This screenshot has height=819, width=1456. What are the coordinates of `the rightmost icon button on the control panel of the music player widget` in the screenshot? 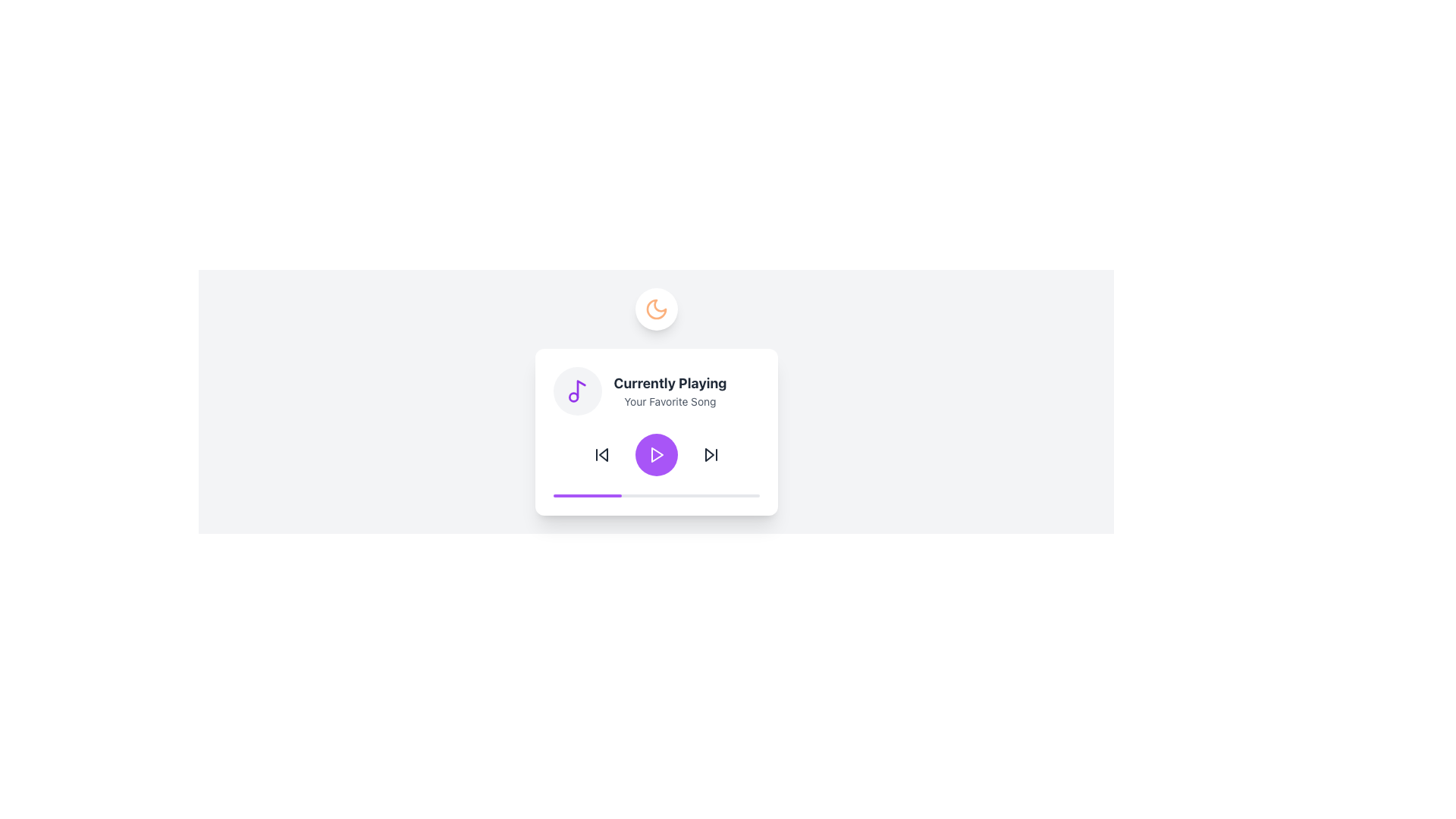 It's located at (710, 454).